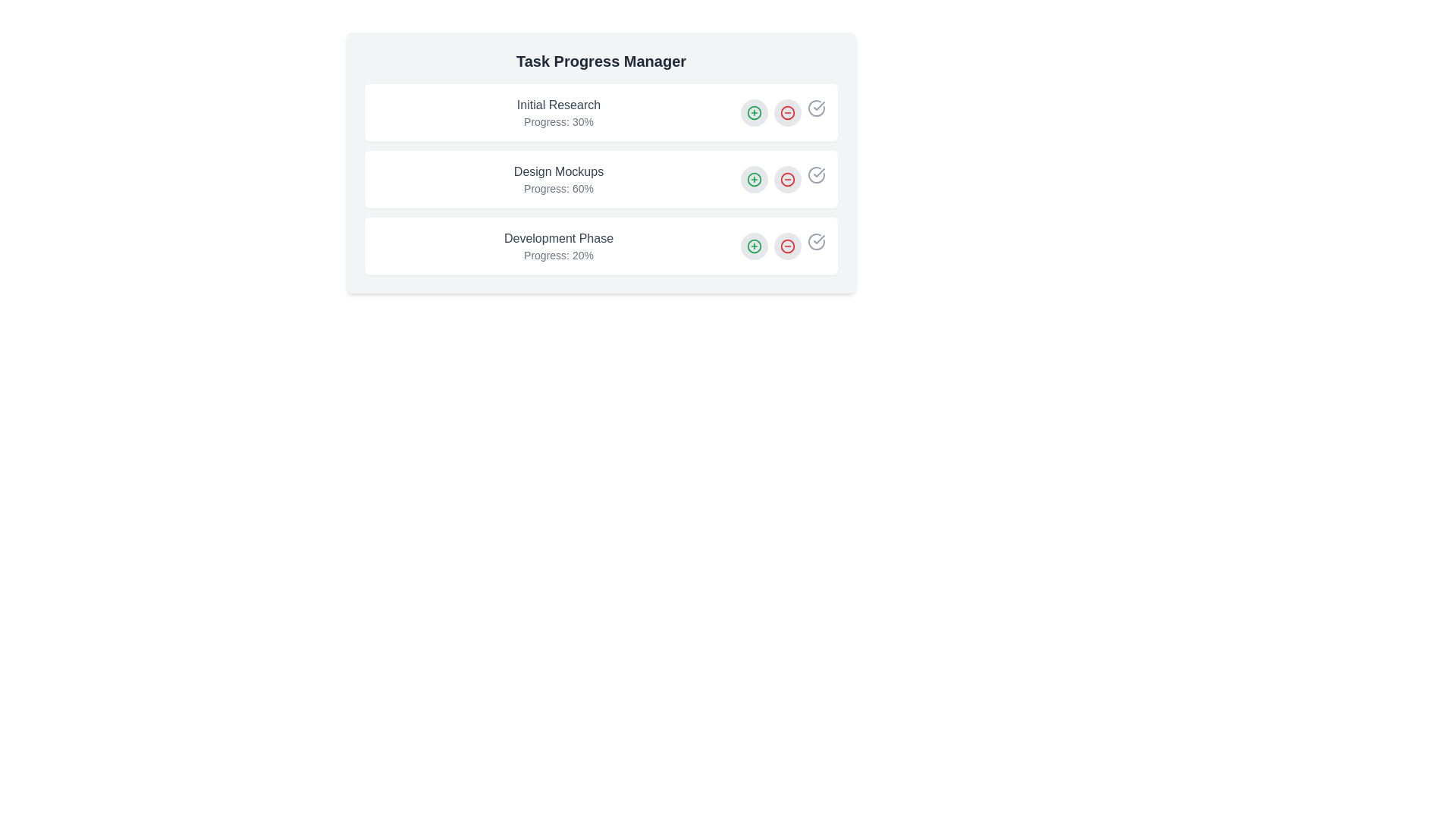  What do you see at coordinates (754, 245) in the screenshot?
I see `the circular button with a gray background and green border, featuring a green plus icon, located in the bottom row of the 'Development Phase' section` at bounding box center [754, 245].